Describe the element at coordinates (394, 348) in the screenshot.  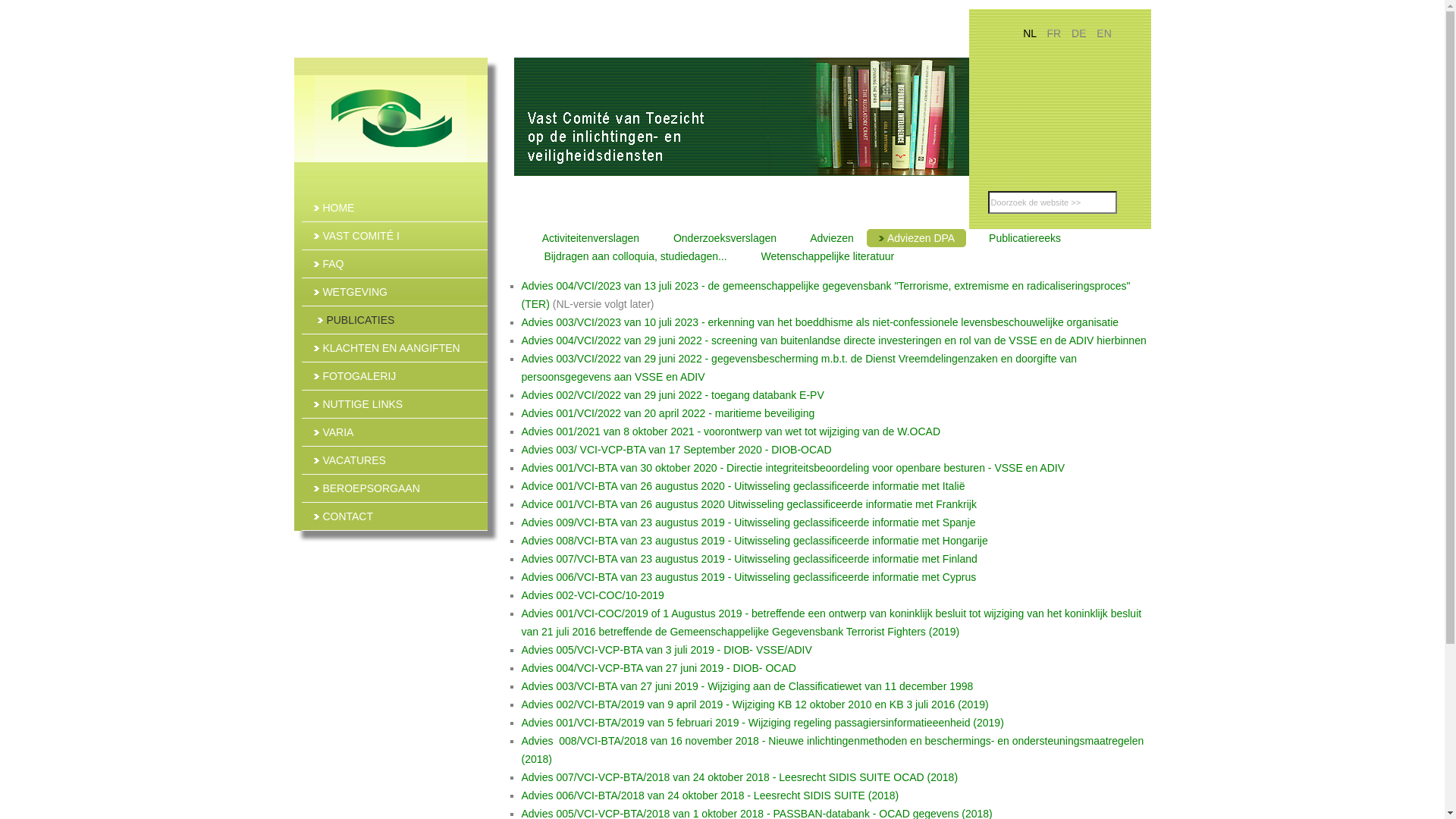
I see `'KLACHTEN EN AANGIFTEN'` at that location.